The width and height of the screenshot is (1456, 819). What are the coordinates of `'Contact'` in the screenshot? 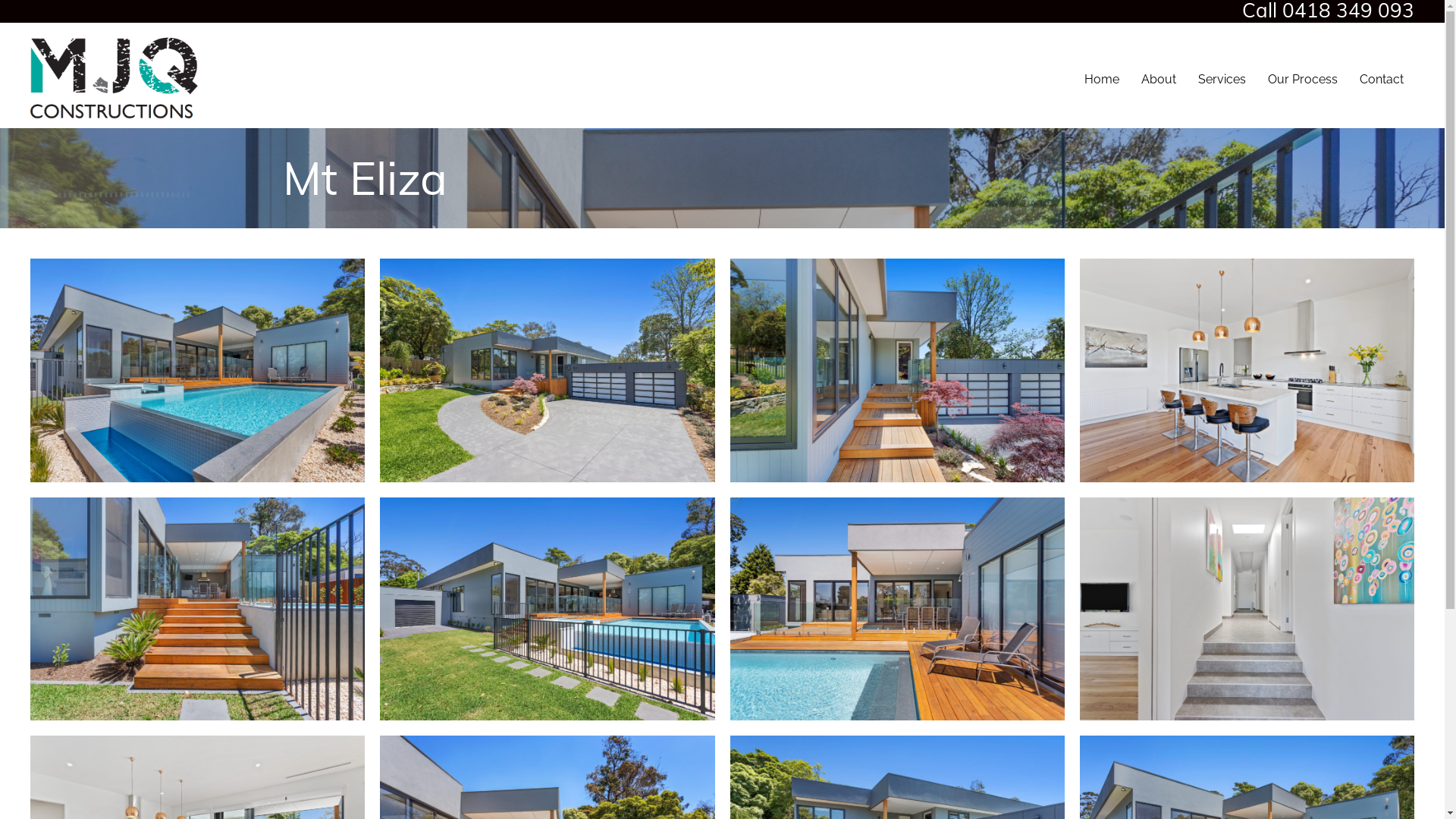 It's located at (1349, 79).